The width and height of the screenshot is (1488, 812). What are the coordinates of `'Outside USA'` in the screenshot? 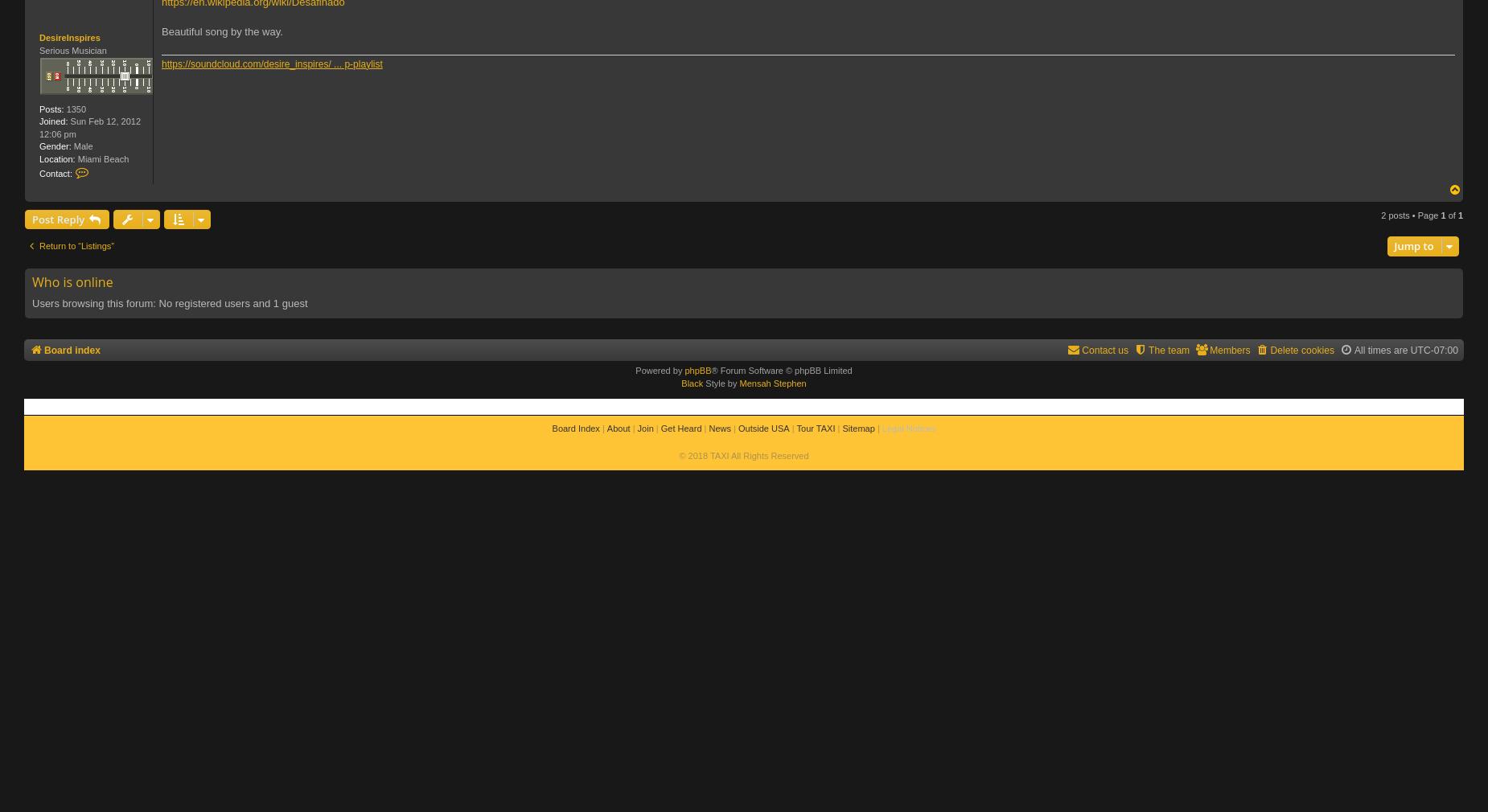 It's located at (762, 427).